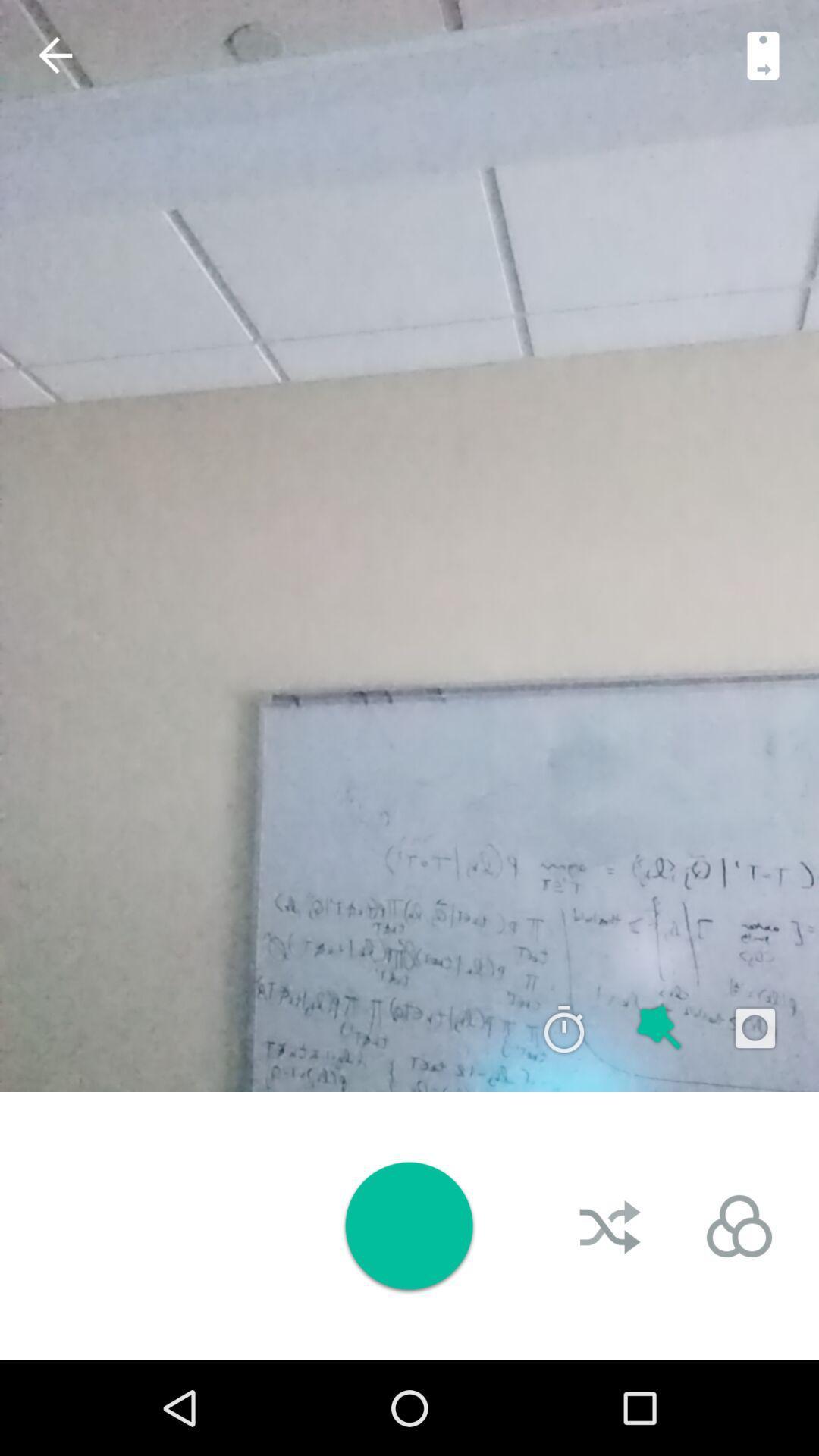 The height and width of the screenshot is (1456, 819). What do you see at coordinates (55, 55) in the screenshot?
I see `the arrow_backward icon` at bounding box center [55, 55].